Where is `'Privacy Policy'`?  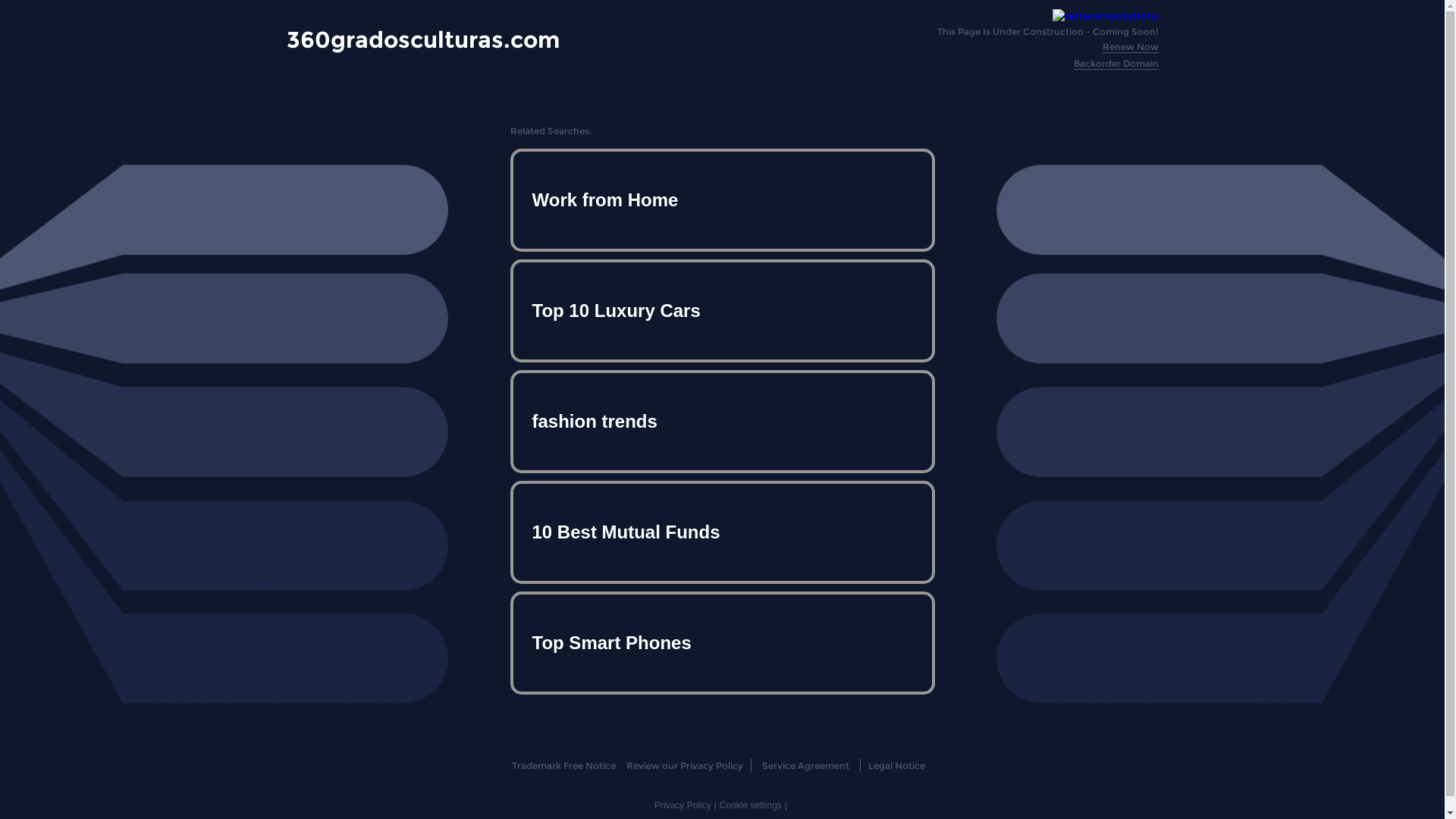
'Privacy Policy' is located at coordinates (654, 804).